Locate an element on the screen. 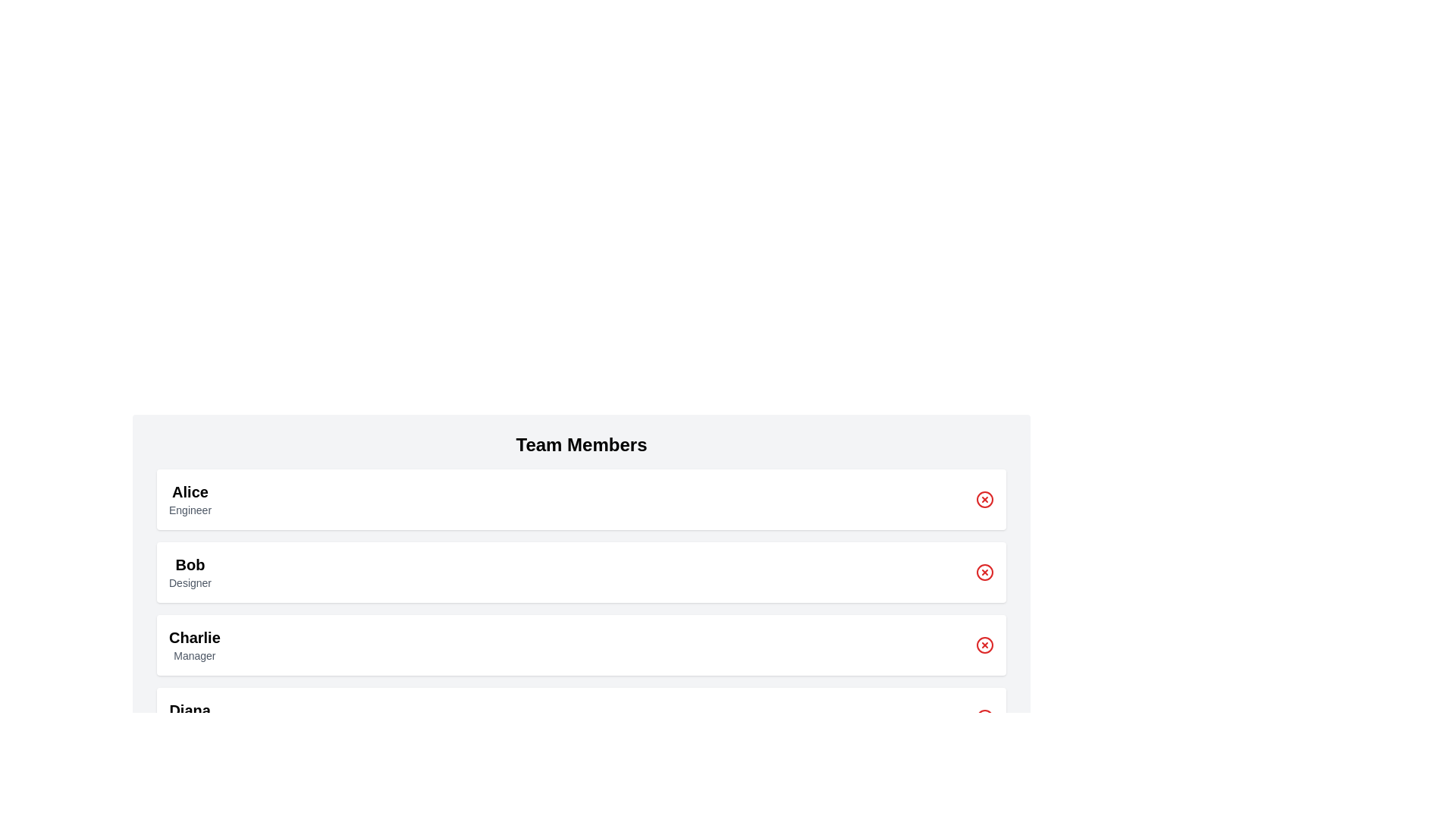  the delete button located next to the entry for 'Charlie' is located at coordinates (985, 645).